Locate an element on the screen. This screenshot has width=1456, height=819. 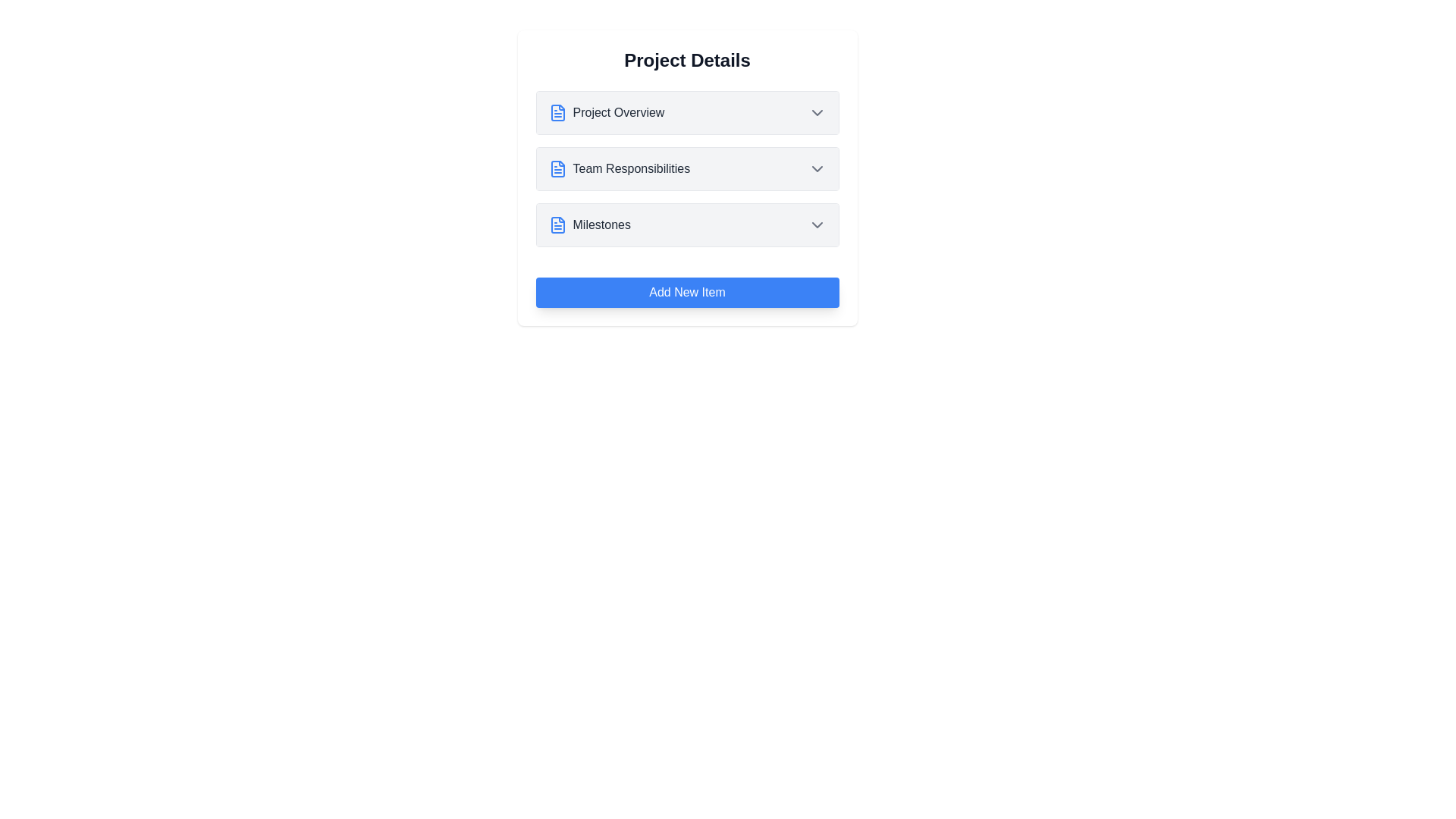
the icon next to the item title Team Responsibilities is located at coordinates (557, 169).